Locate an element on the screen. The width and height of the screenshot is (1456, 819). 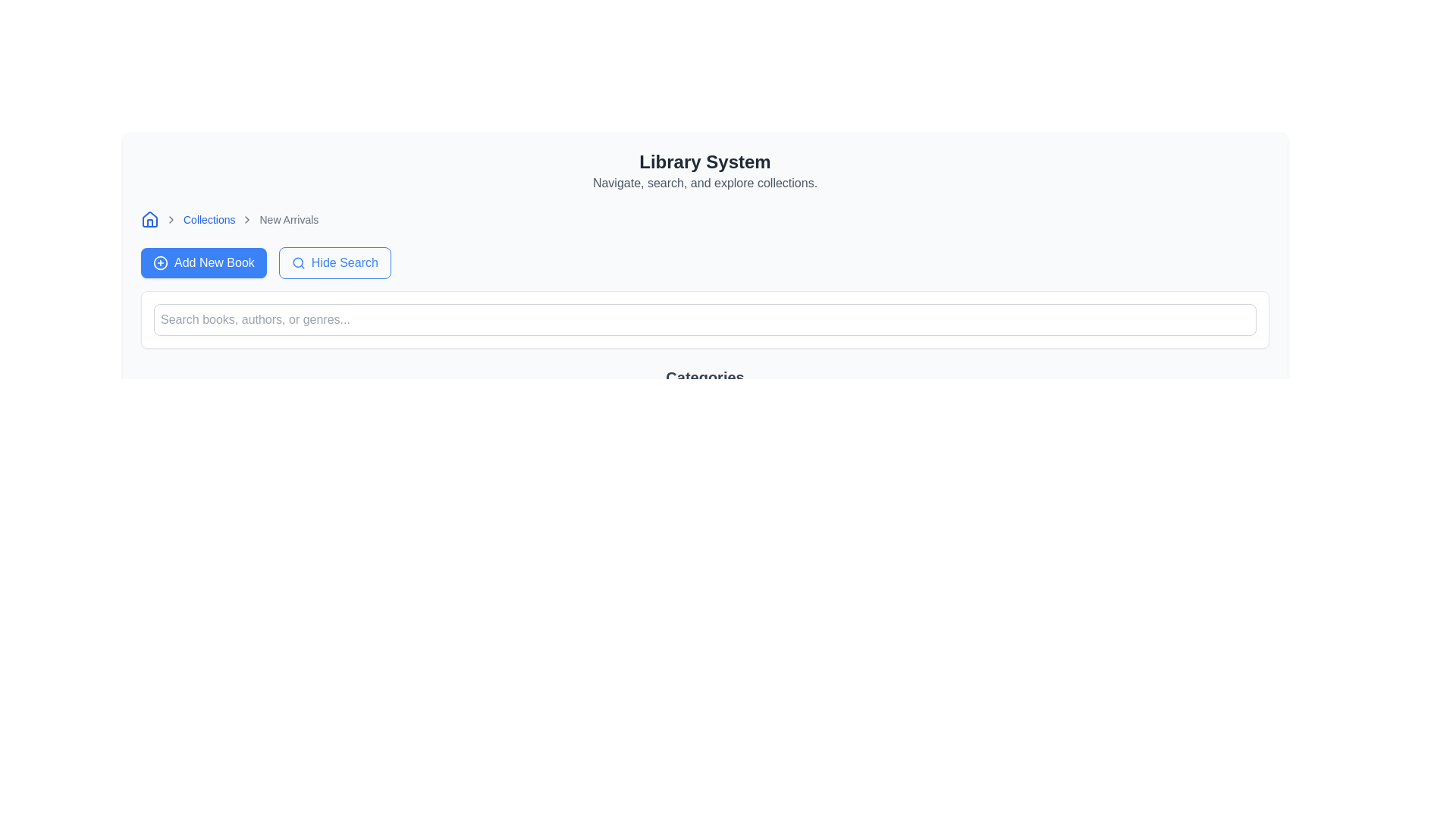
the small, right-pointing chevron icon located in the breadcrumb navigation between the 'Collections' text and 'New Arrivals' text is located at coordinates (171, 219).